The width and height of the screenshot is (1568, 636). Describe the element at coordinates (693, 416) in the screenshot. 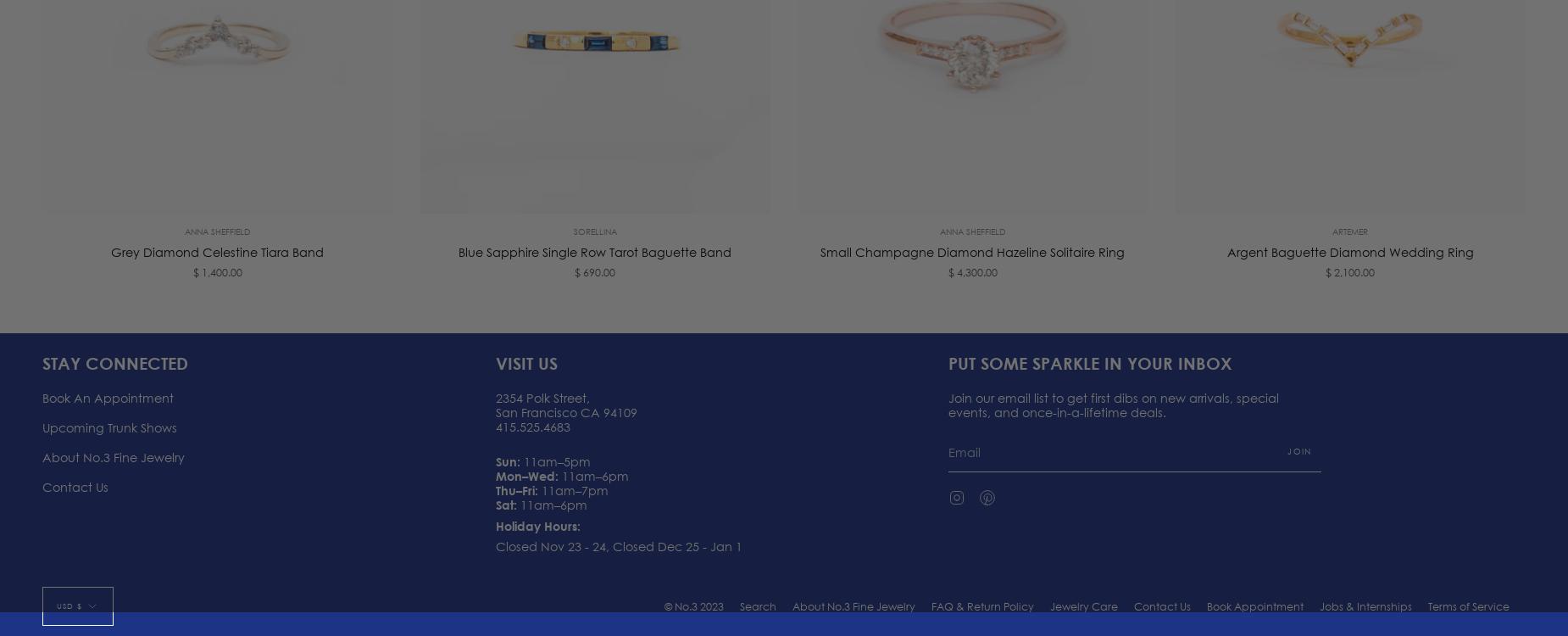

I see `'© No.3 2023'` at that location.